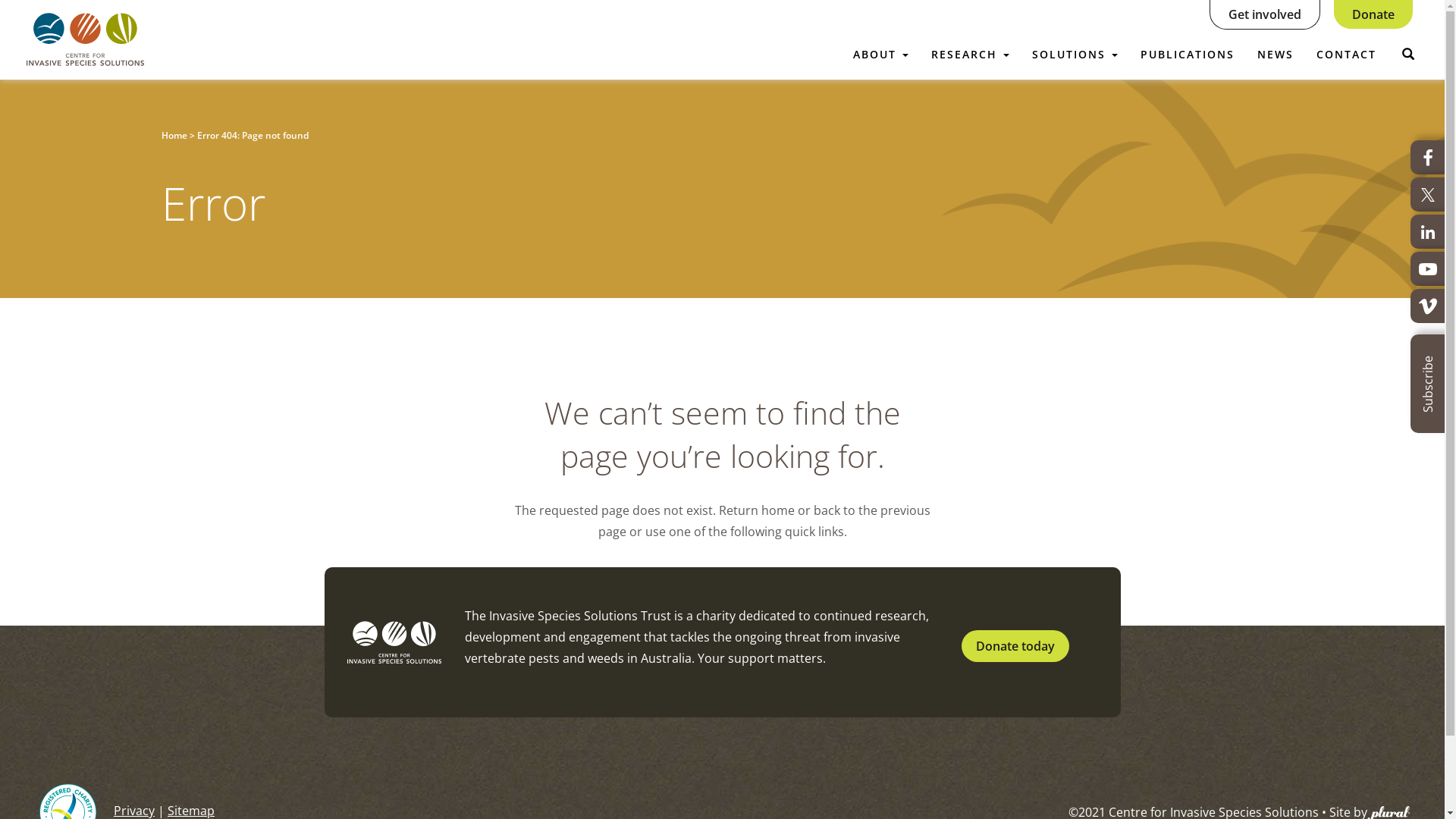  Describe the element at coordinates (1346, 36) in the screenshot. I see `'CONTACT'` at that location.